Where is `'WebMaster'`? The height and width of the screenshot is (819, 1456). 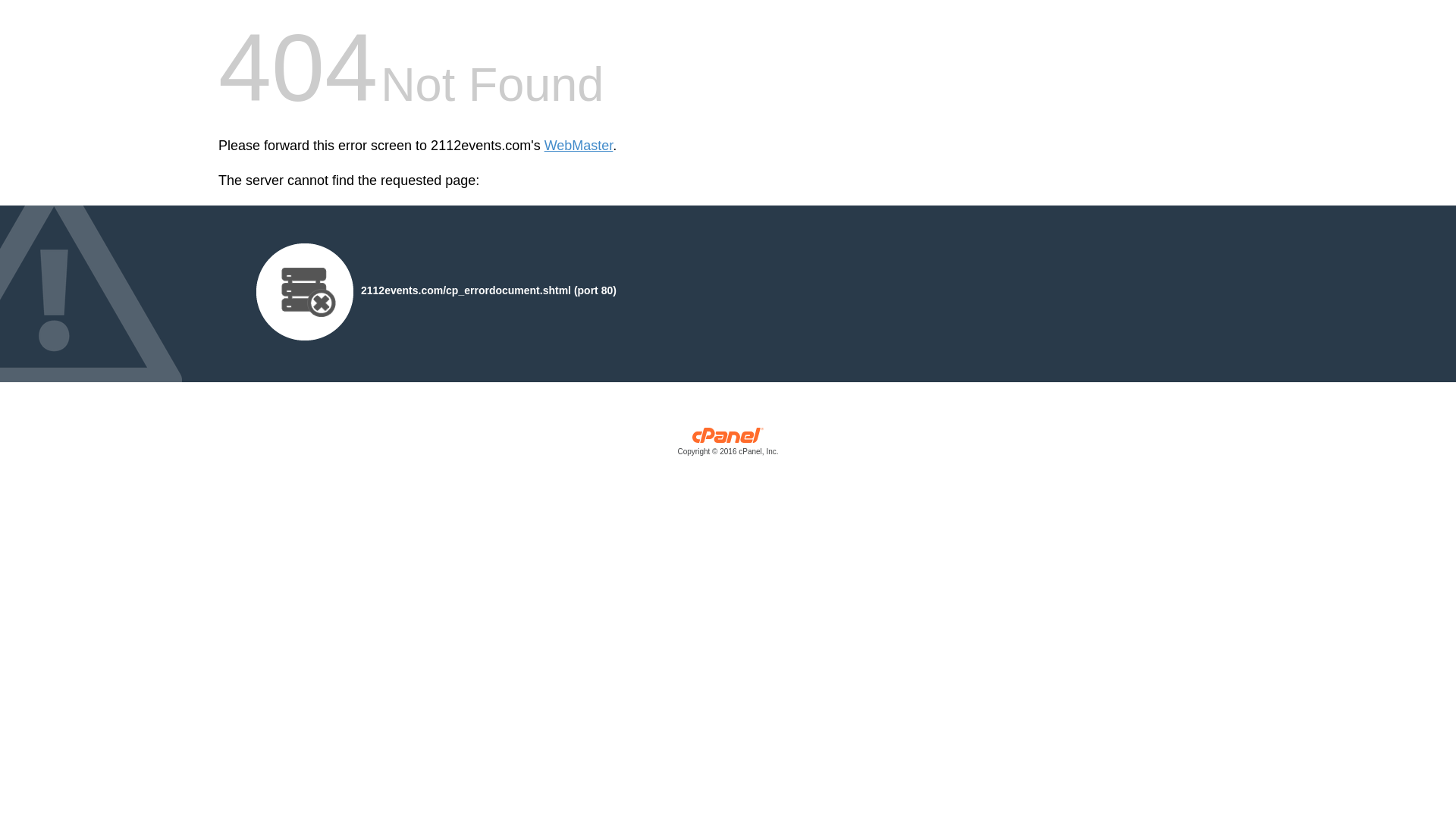 'WebMaster' is located at coordinates (578, 146).